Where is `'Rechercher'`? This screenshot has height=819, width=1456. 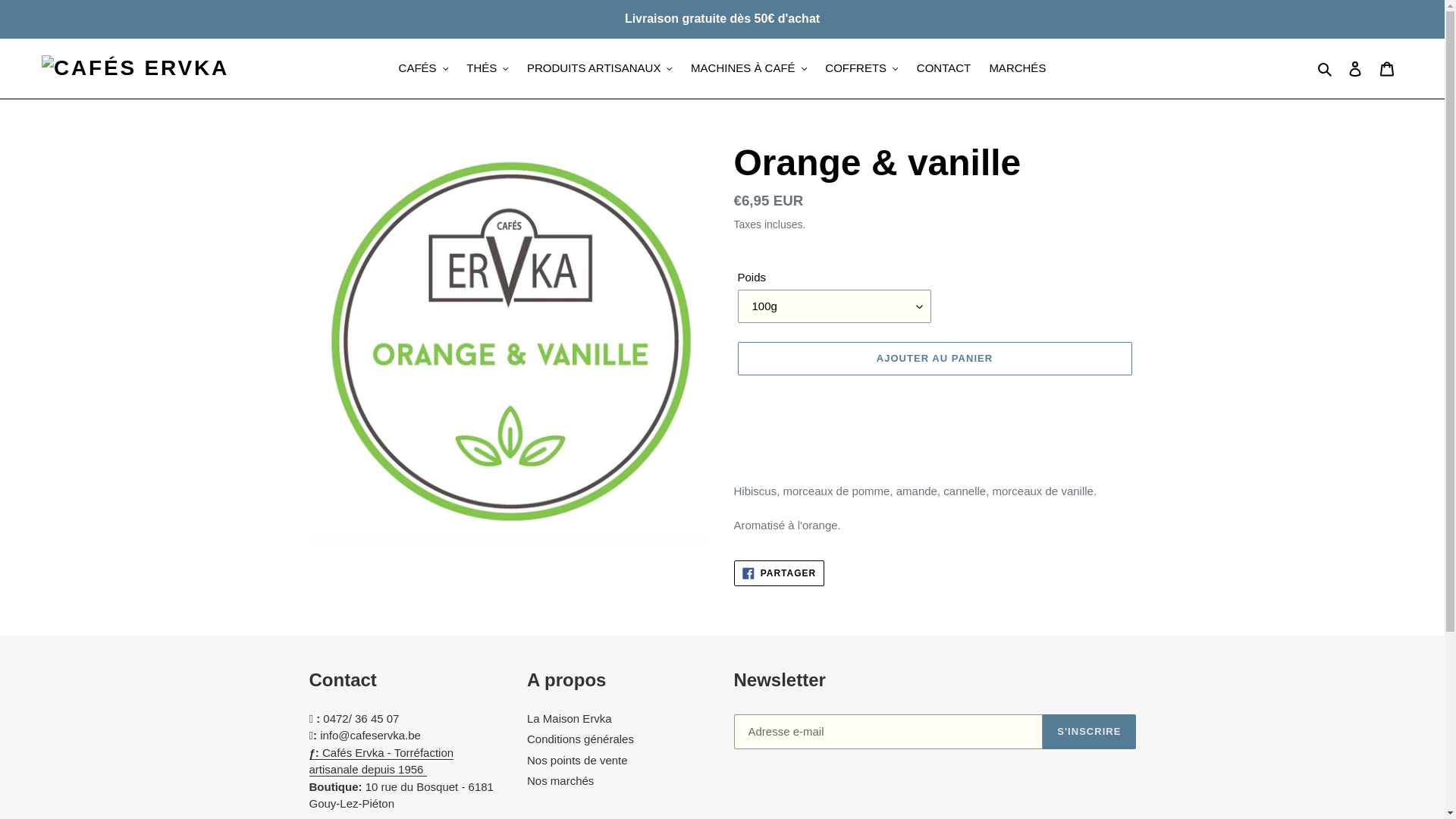 'Rechercher' is located at coordinates (1325, 68).